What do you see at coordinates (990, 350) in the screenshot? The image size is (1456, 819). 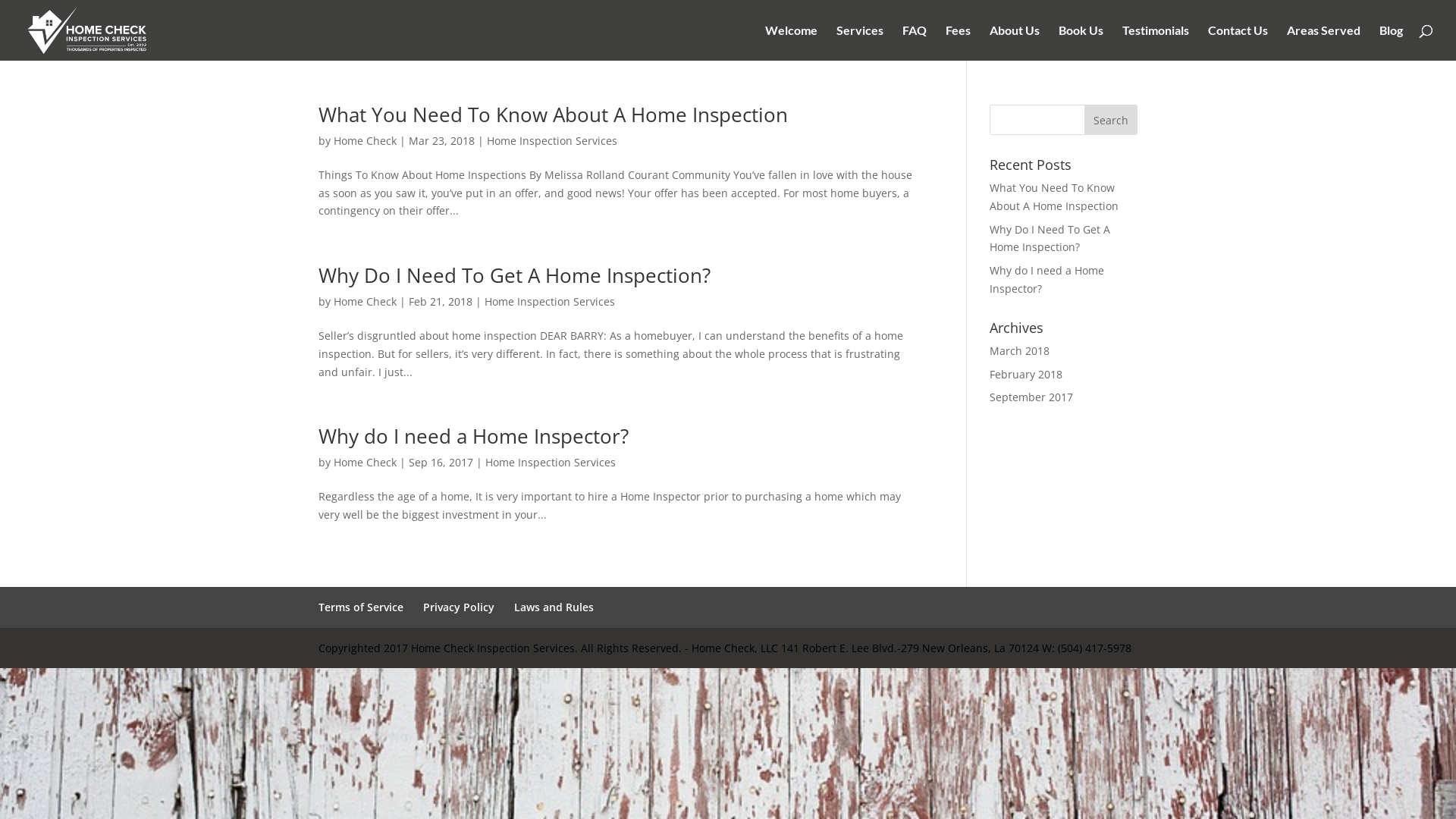 I see `'March 2018'` at bounding box center [990, 350].